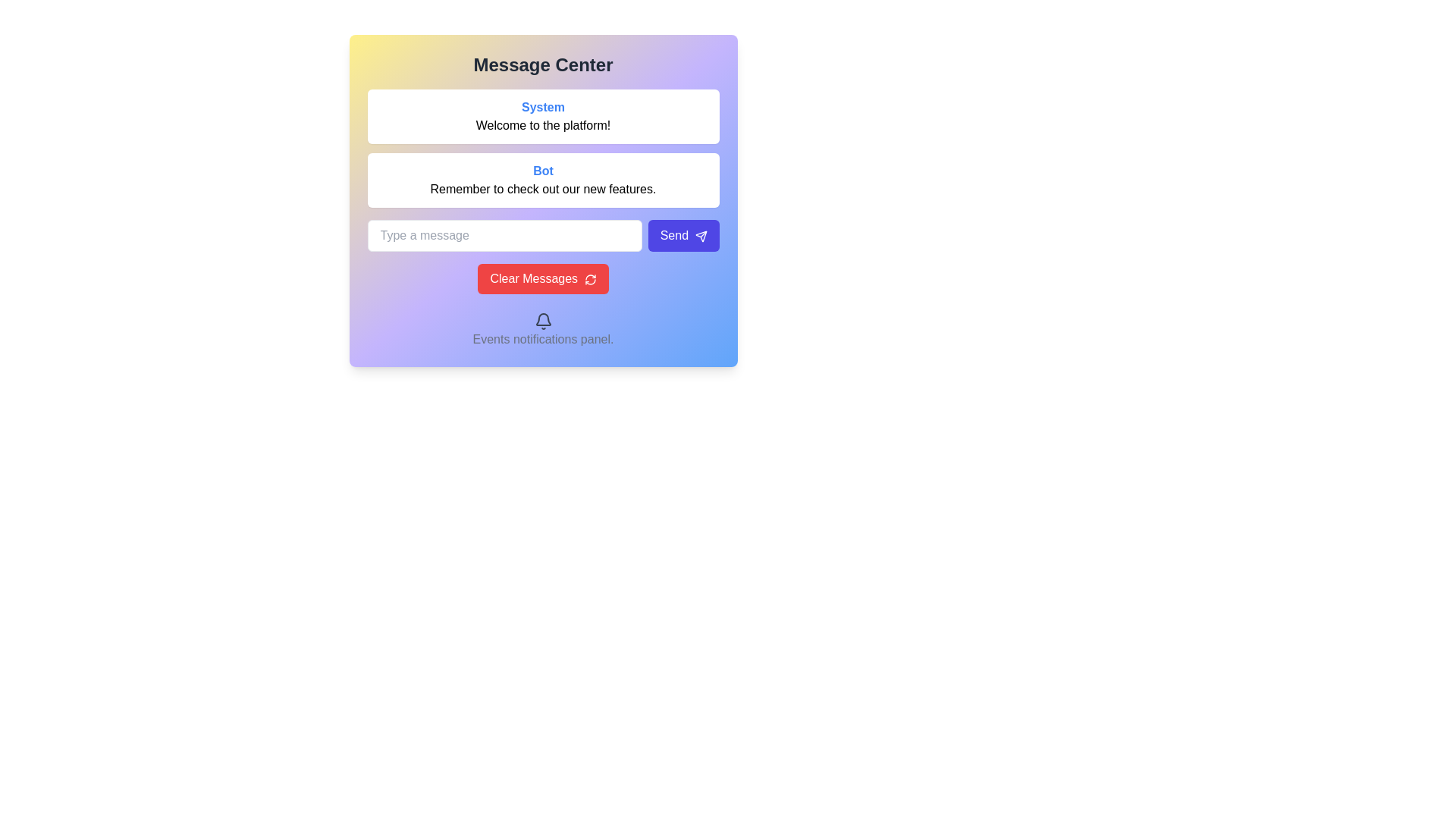 The width and height of the screenshot is (1456, 819). What do you see at coordinates (543, 321) in the screenshot?
I see `the notifications icon located at the bottom of the card in the 'Events notifications panel' section` at bounding box center [543, 321].